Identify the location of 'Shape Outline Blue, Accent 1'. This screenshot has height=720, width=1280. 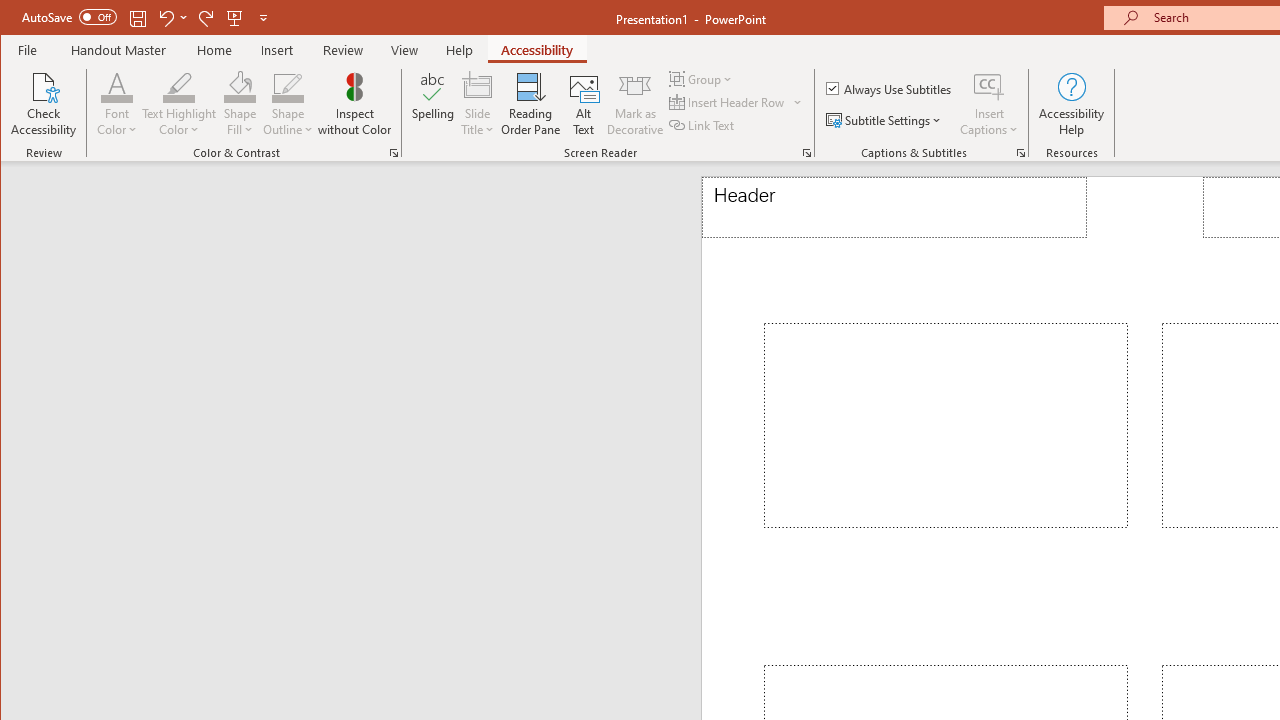
(287, 85).